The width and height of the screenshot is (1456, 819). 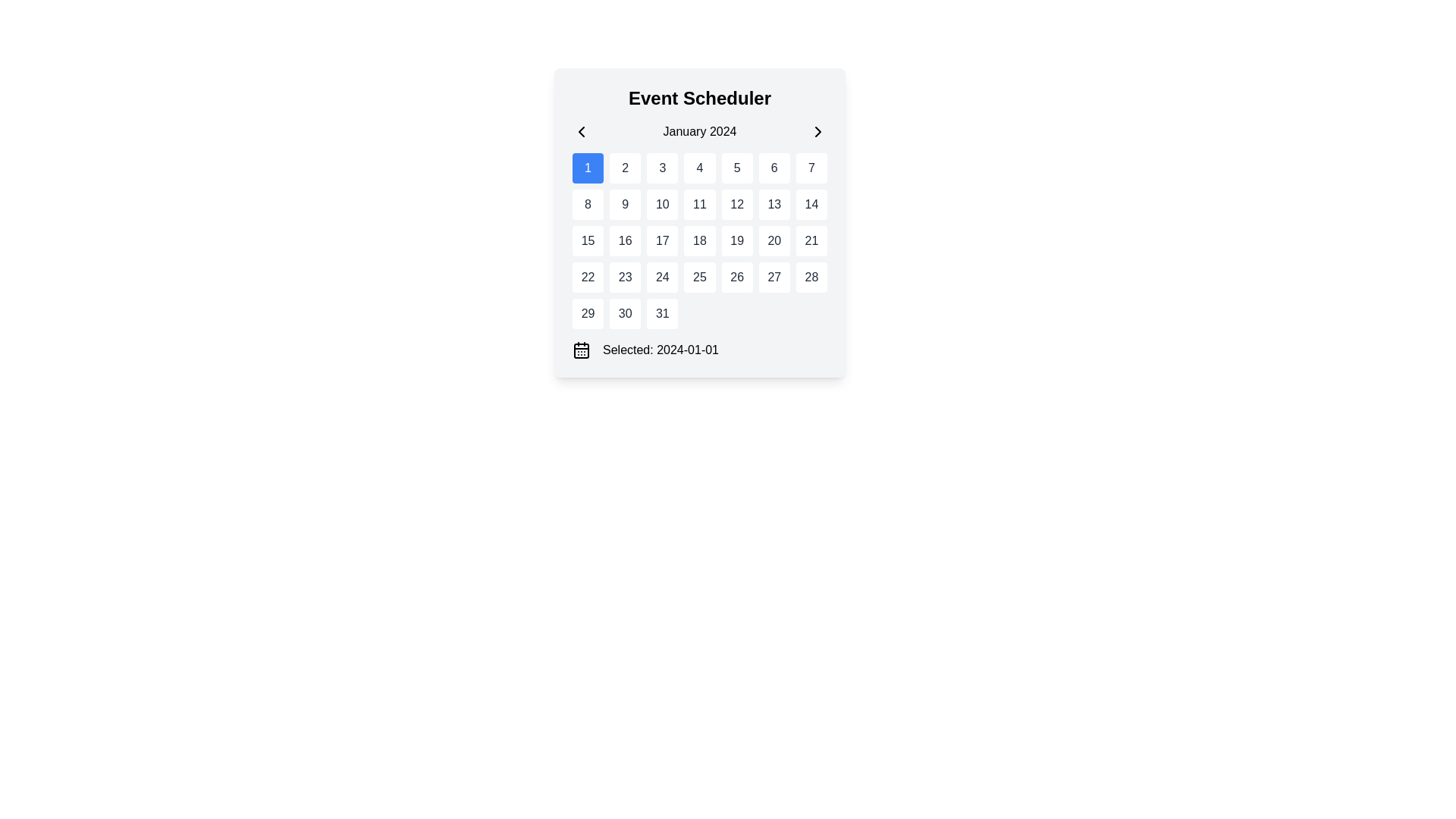 What do you see at coordinates (662, 205) in the screenshot?
I see `the square button with rounded corners displaying the text '10' in the calendar grid` at bounding box center [662, 205].